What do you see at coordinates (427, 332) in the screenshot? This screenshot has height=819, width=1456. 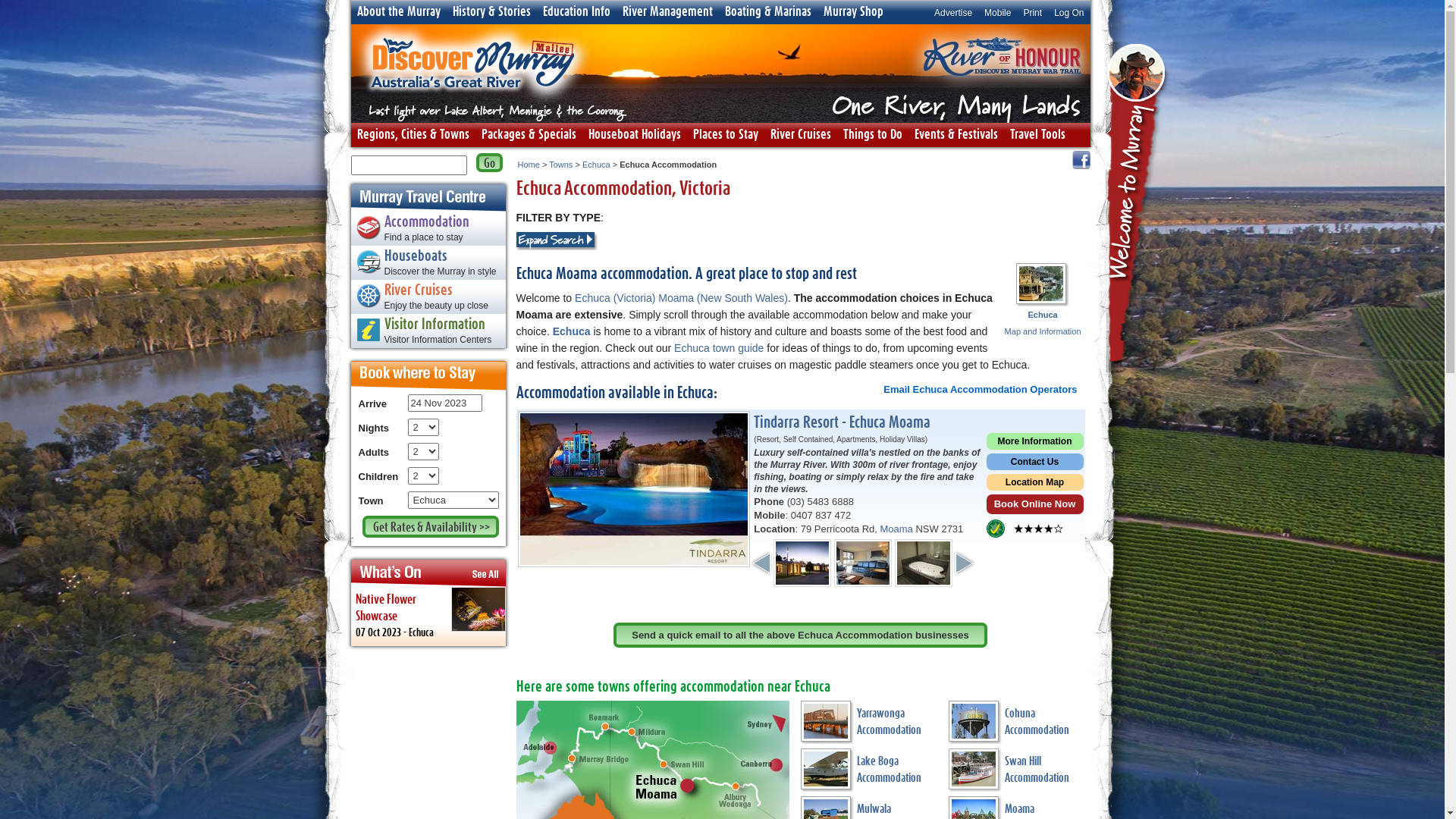 I see `'Visitor Information` at bounding box center [427, 332].